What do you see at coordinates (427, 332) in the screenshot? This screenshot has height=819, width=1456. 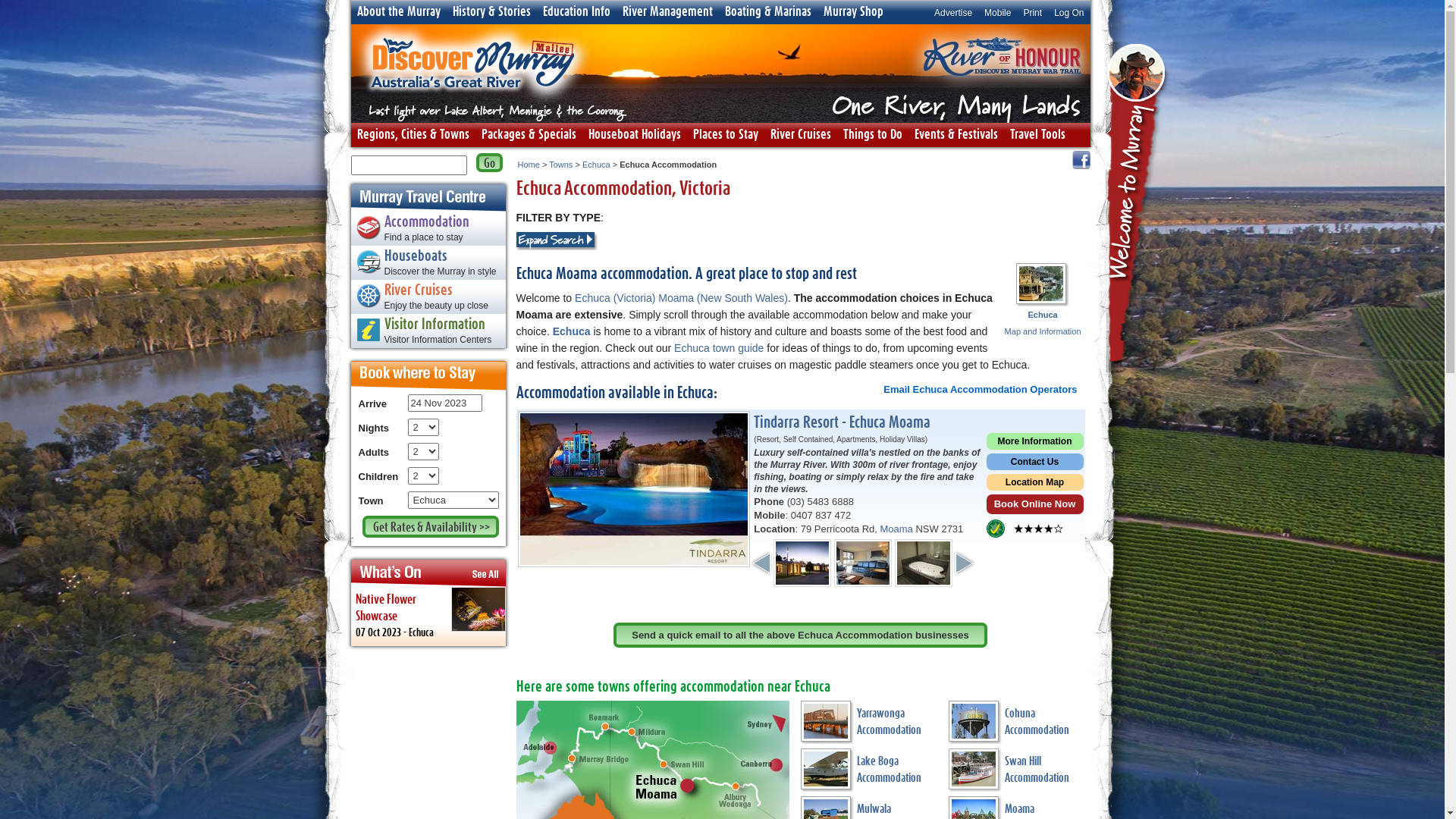 I see `'Visitor Information` at bounding box center [427, 332].